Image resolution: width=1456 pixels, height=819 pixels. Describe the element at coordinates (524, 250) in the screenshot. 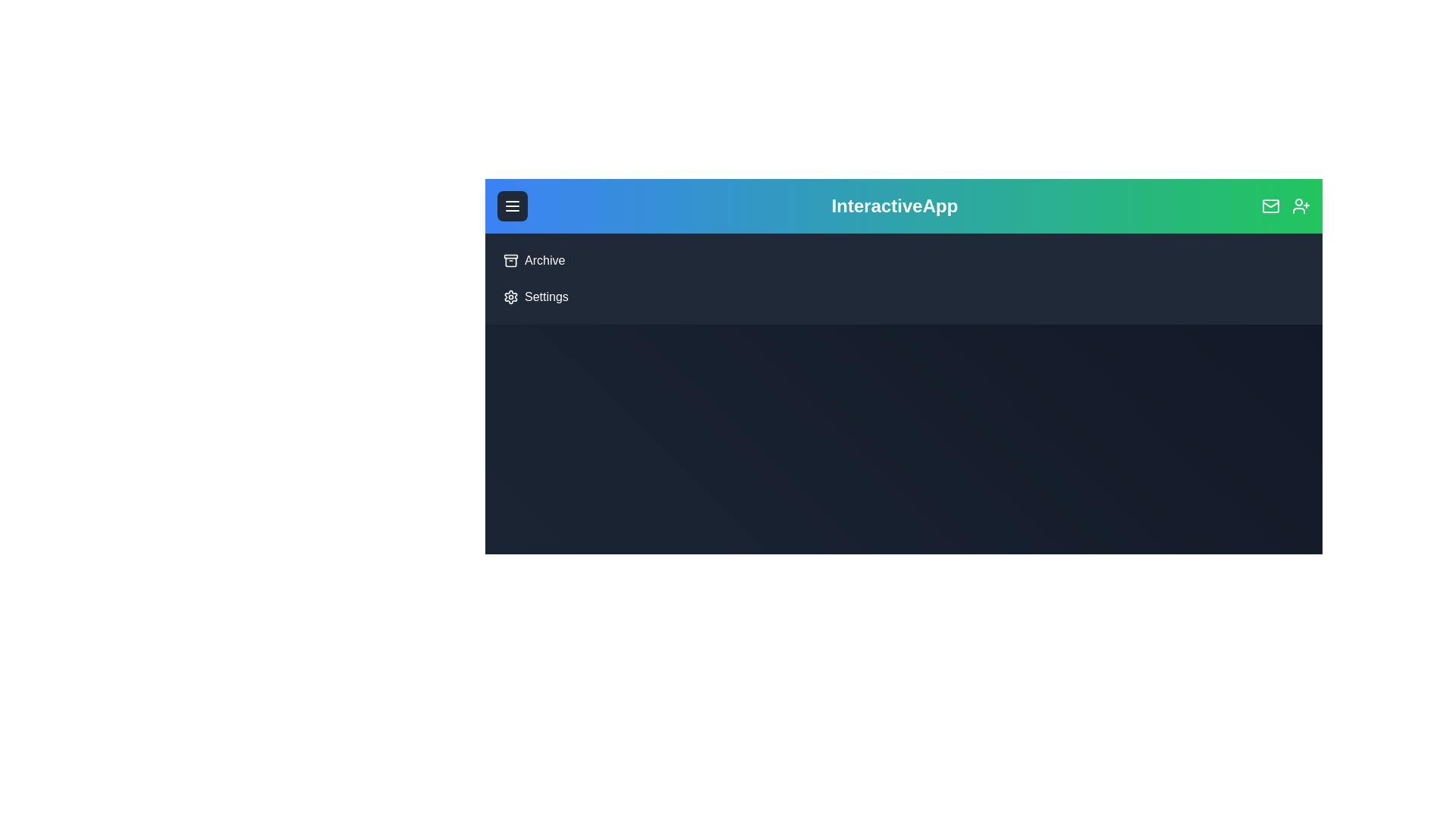

I see `the 'Archive' option in the navigation menu` at that location.